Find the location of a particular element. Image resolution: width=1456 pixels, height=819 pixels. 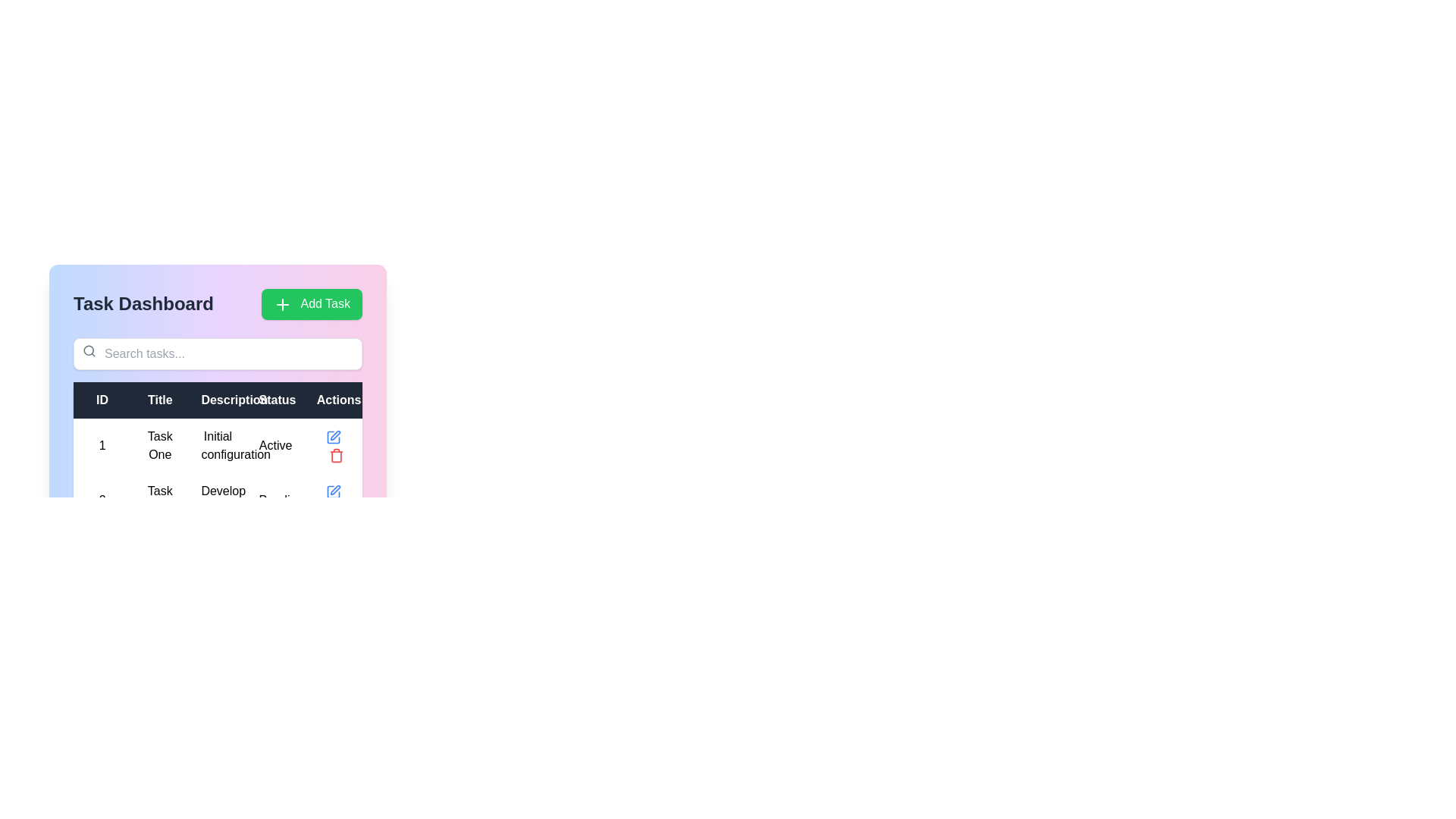

the third row of the task information table in the dashboard is located at coordinates (217, 554).